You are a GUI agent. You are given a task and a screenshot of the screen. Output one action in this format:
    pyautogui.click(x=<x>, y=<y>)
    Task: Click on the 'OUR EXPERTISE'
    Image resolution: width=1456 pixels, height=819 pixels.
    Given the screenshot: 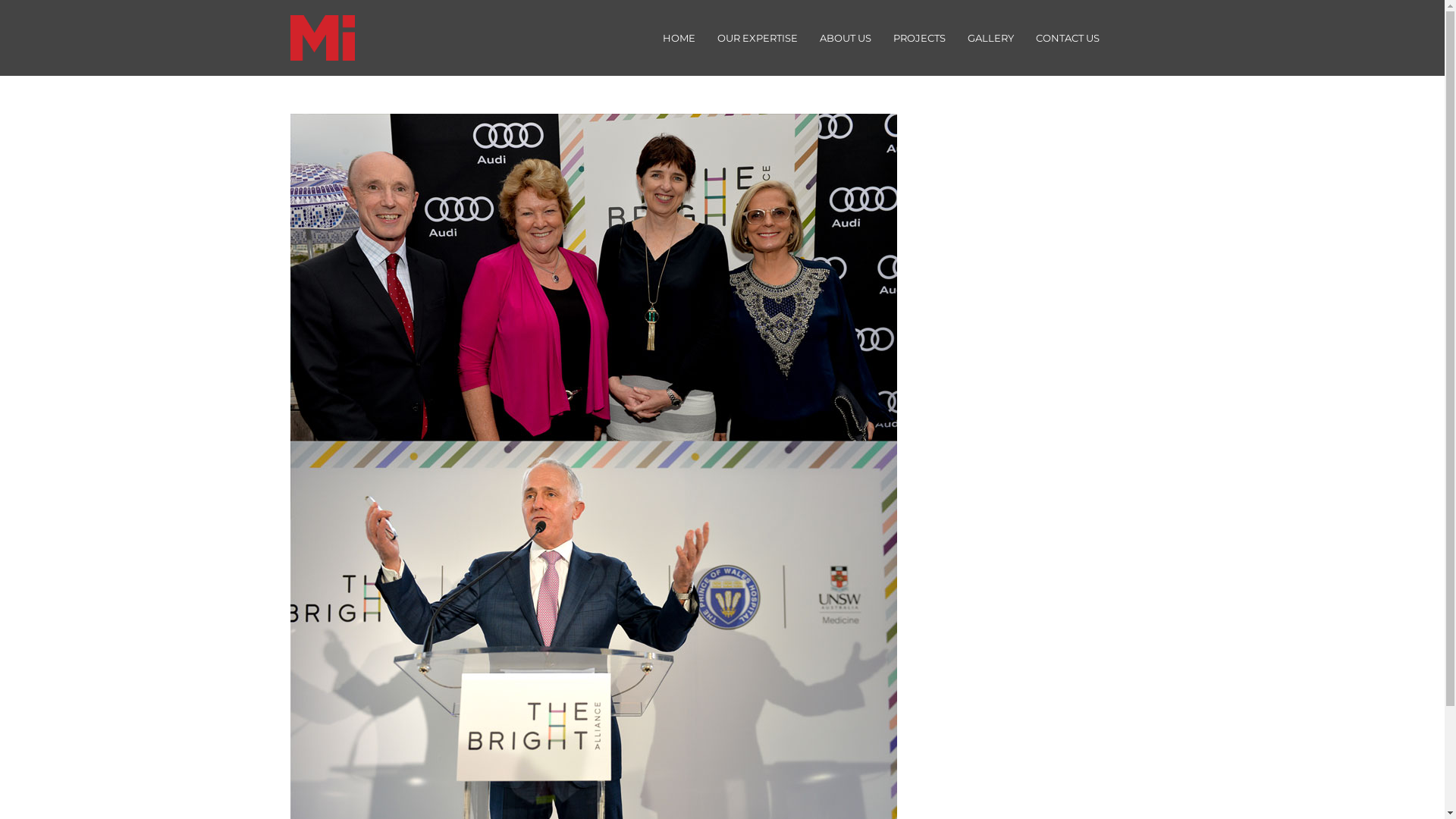 What is the action you would take?
    pyautogui.click(x=757, y=37)
    